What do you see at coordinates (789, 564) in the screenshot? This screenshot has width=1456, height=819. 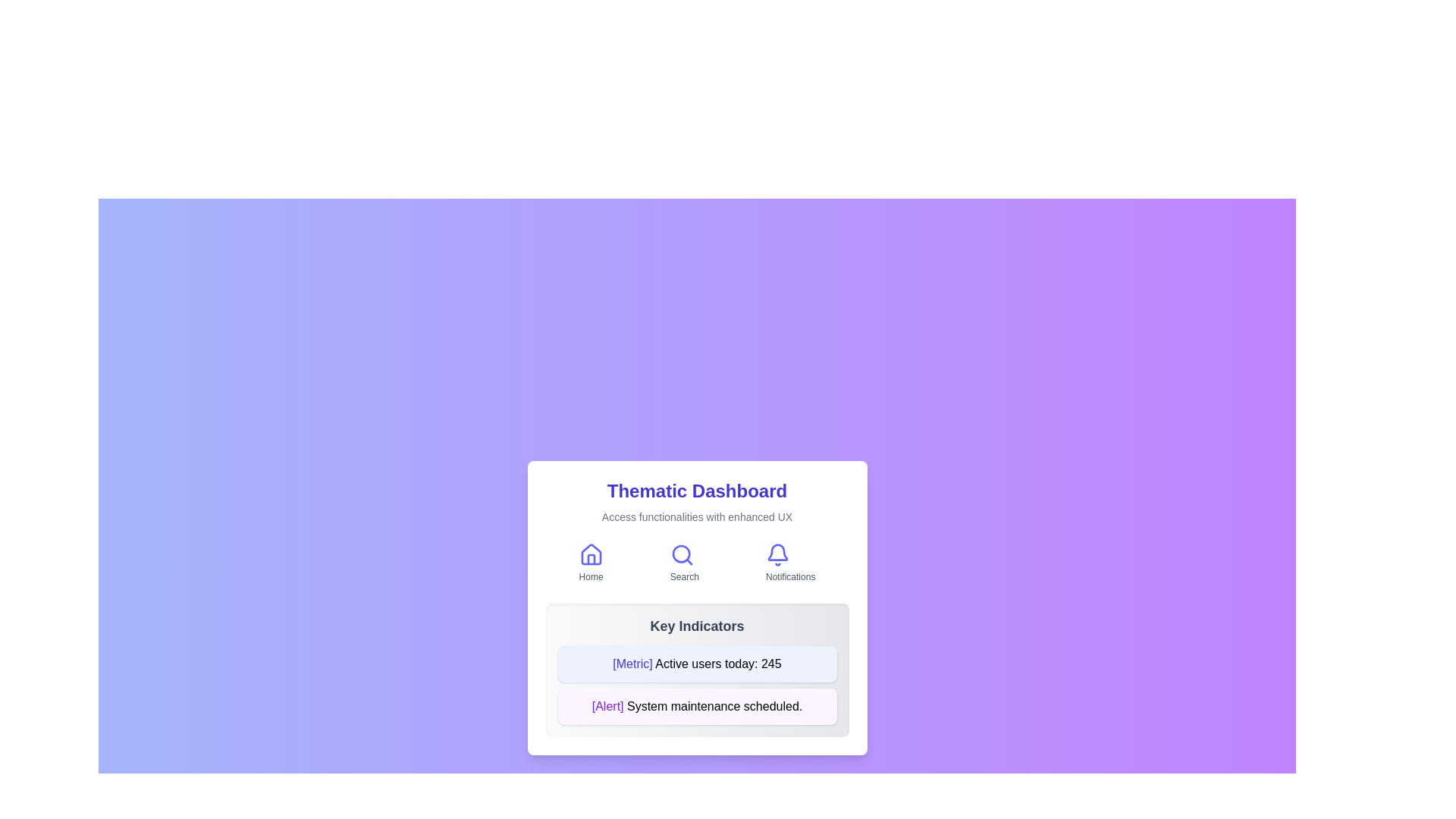 I see `the notifications button, which is the third button in a horizontal layout at the top section of the card, located to the right of the 'Search' button` at bounding box center [789, 564].